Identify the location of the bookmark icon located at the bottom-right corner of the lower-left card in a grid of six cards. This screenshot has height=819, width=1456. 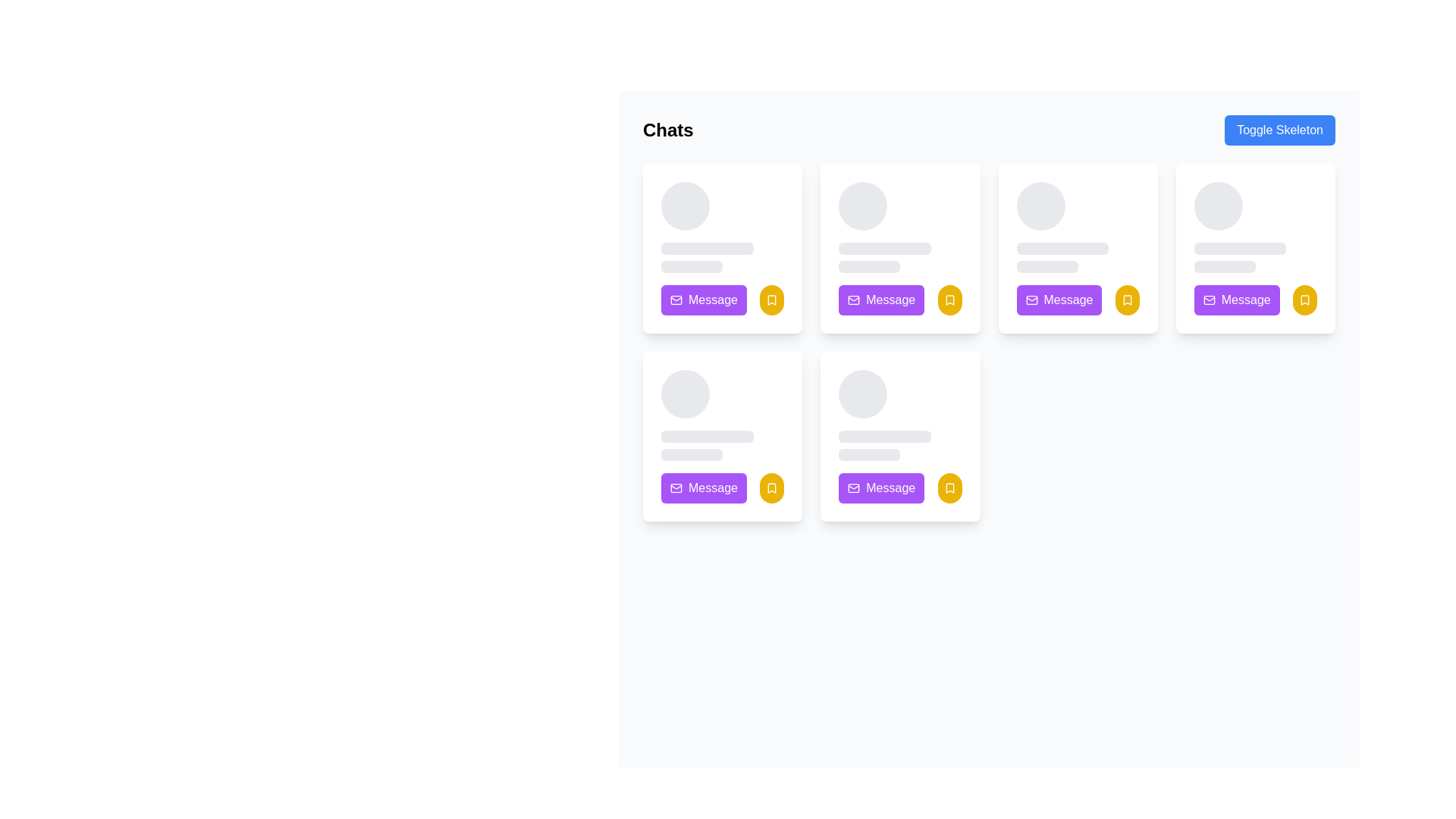
(949, 488).